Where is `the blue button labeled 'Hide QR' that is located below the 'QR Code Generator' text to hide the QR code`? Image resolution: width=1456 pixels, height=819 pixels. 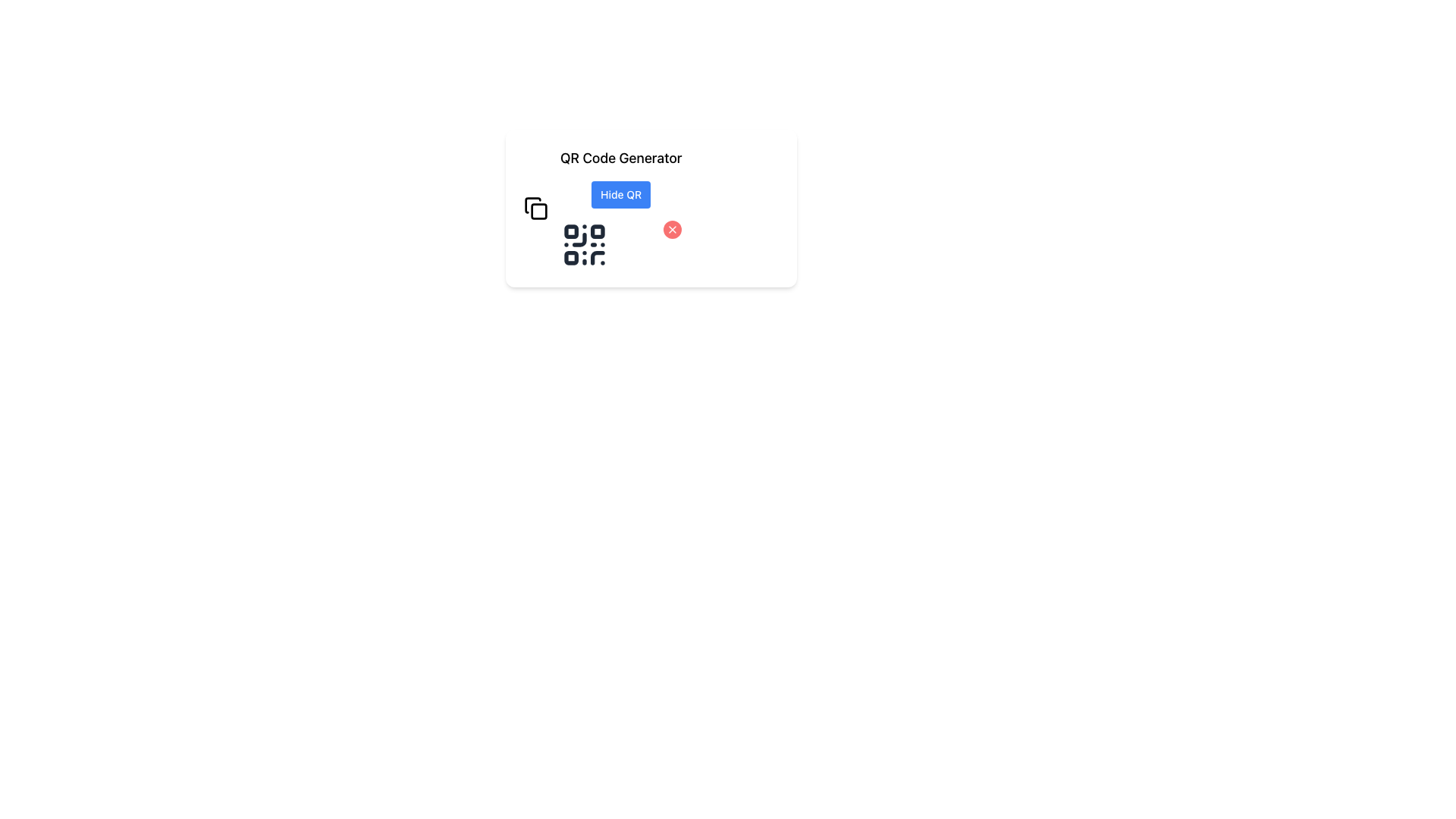
the blue button labeled 'Hide QR' that is located below the 'QR Code Generator' text to hide the QR code is located at coordinates (621, 208).